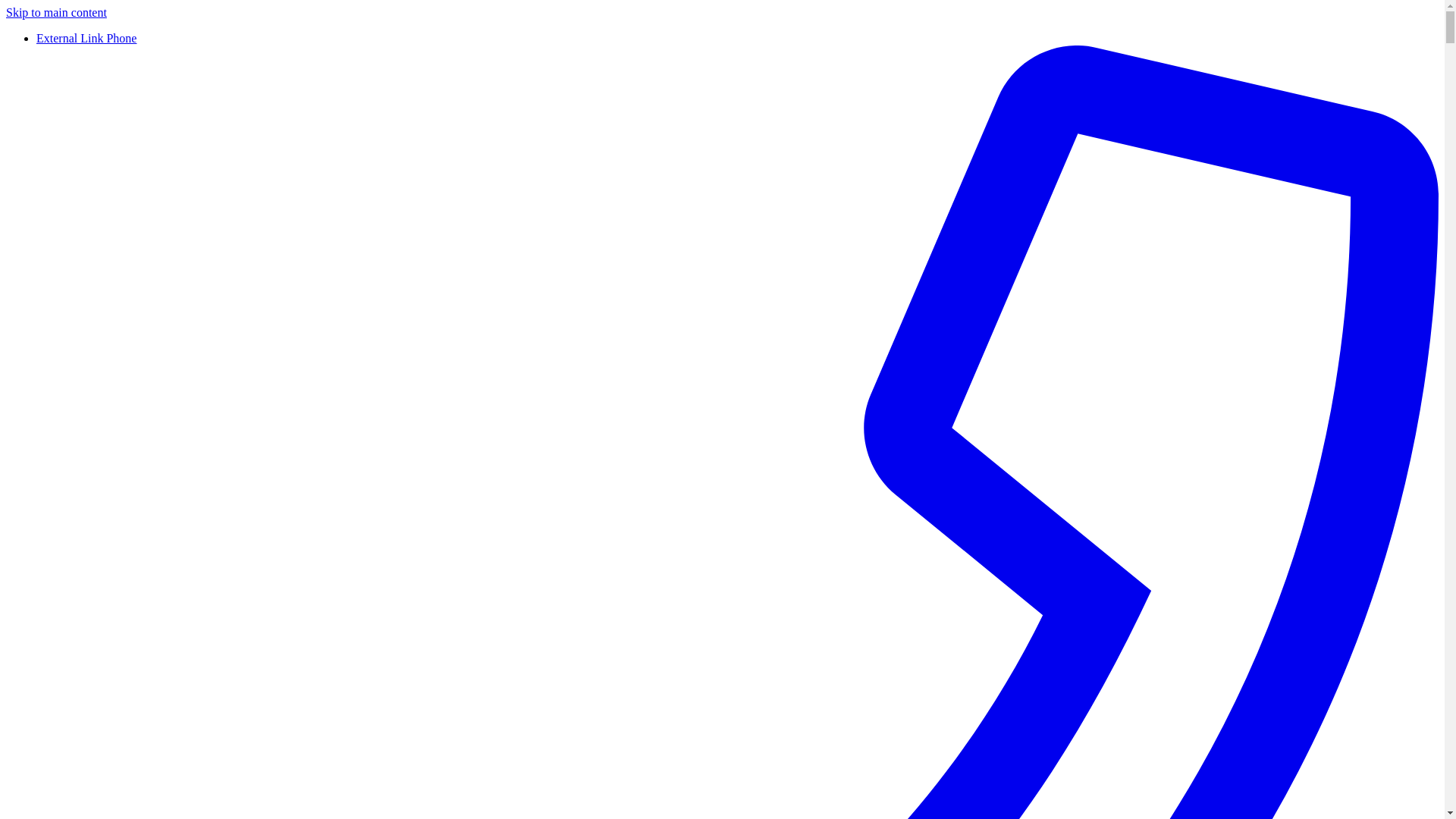  I want to click on 'Skip to main content', so click(56, 12).